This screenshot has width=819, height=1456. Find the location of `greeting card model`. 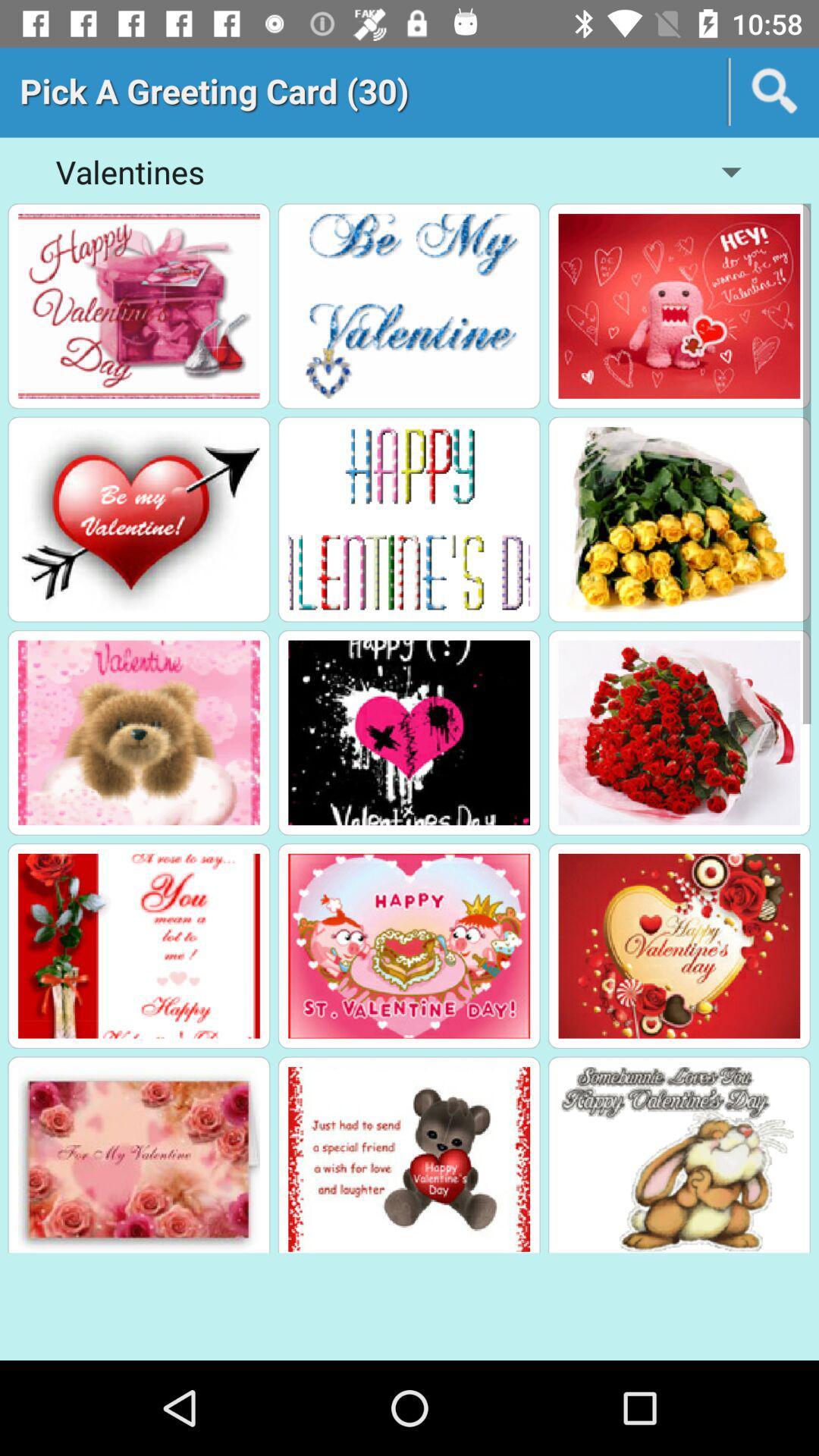

greeting card model is located at coordinates (139, 519).